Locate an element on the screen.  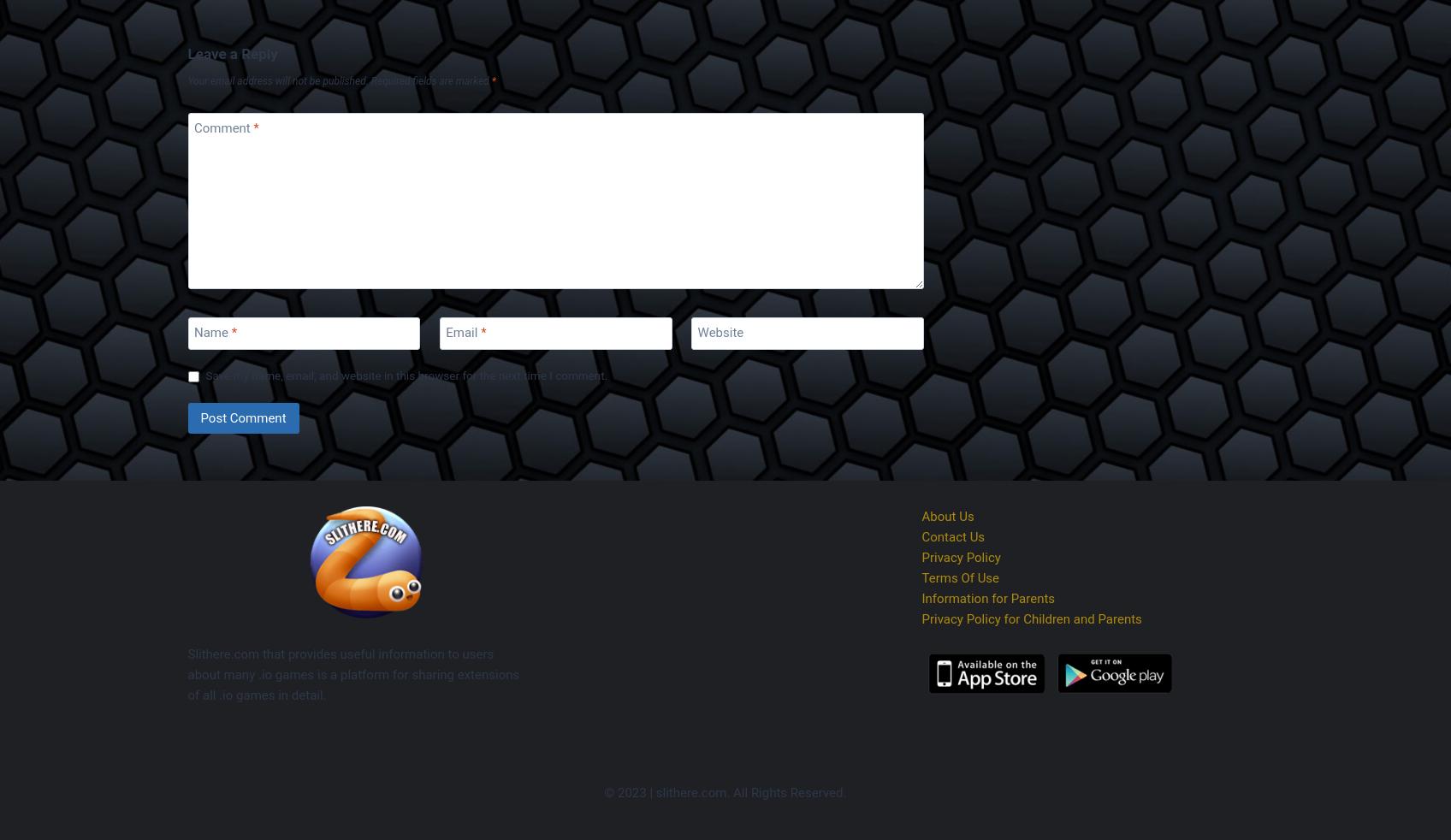
'Website' is located at coordinates (720, 332).